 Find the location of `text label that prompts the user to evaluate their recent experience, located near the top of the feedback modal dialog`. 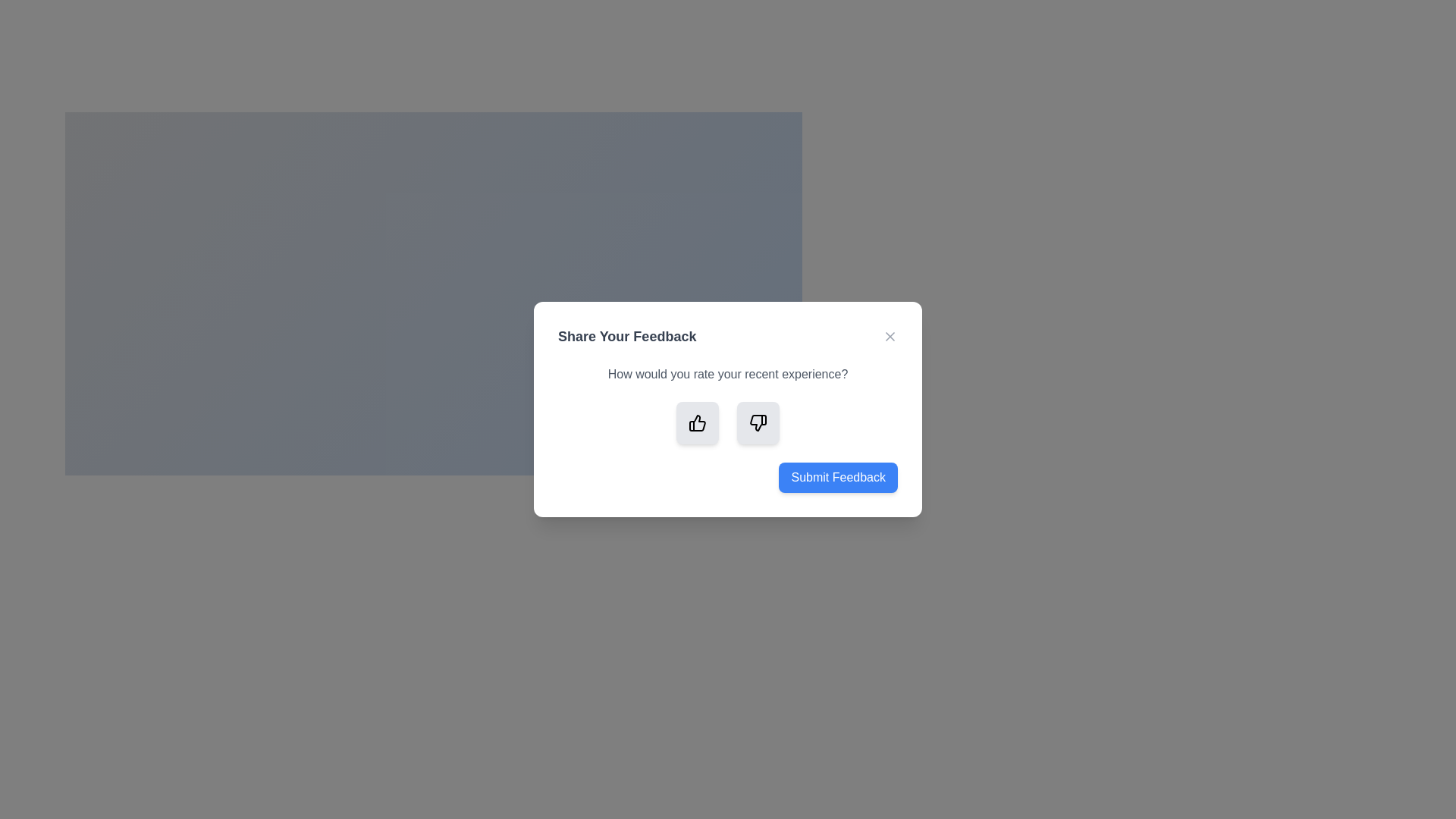

text label that prompts the user to evaluate their recent experience, located near the top of the feedback modal dialog is located at coordinates (728, 374).